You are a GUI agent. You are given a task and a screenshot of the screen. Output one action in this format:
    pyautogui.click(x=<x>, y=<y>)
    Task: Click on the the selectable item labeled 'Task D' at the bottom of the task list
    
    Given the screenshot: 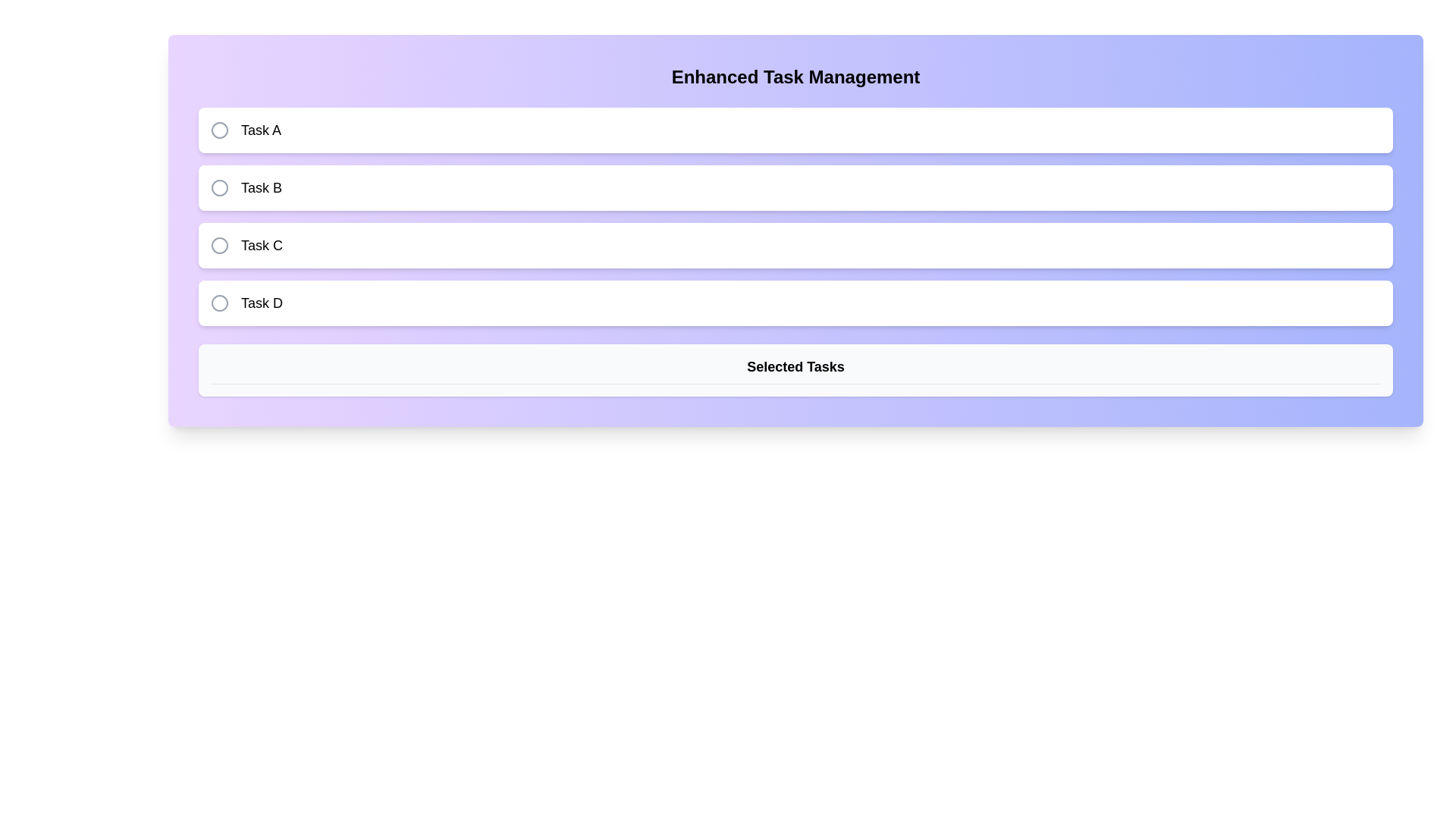 What is the action you would take?
    pyautogui.click(x=795, y=303)
    